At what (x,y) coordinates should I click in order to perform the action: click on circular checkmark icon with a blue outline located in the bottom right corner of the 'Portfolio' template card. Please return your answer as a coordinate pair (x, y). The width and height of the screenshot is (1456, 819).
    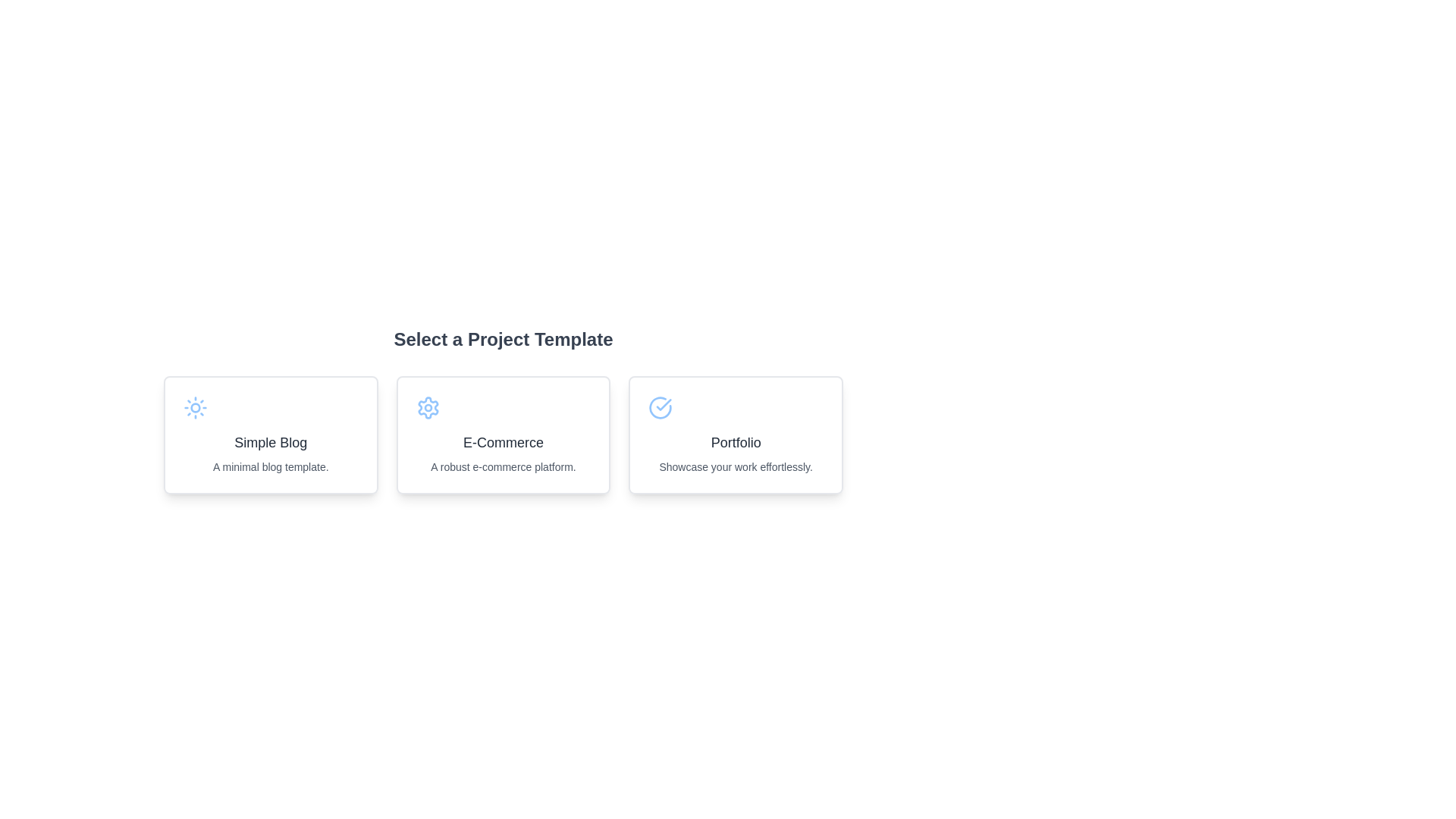
    Looking at the image, I should click on (661, 406).